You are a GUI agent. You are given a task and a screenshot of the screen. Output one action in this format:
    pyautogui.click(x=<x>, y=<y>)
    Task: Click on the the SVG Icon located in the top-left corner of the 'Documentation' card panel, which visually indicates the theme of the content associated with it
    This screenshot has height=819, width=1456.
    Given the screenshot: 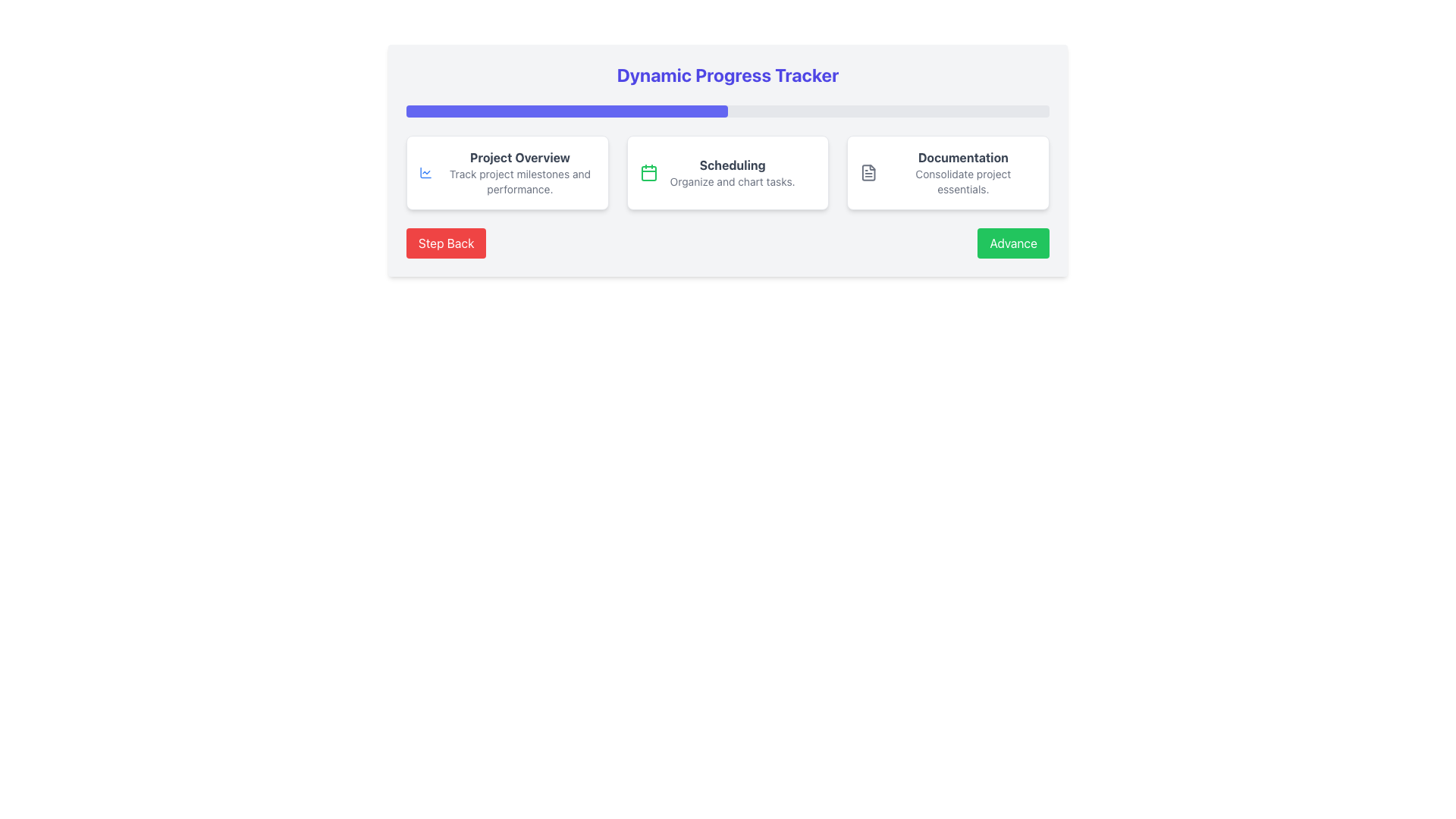 What is the action you would take?
    pyautogui.click(x=869, y=171)
    